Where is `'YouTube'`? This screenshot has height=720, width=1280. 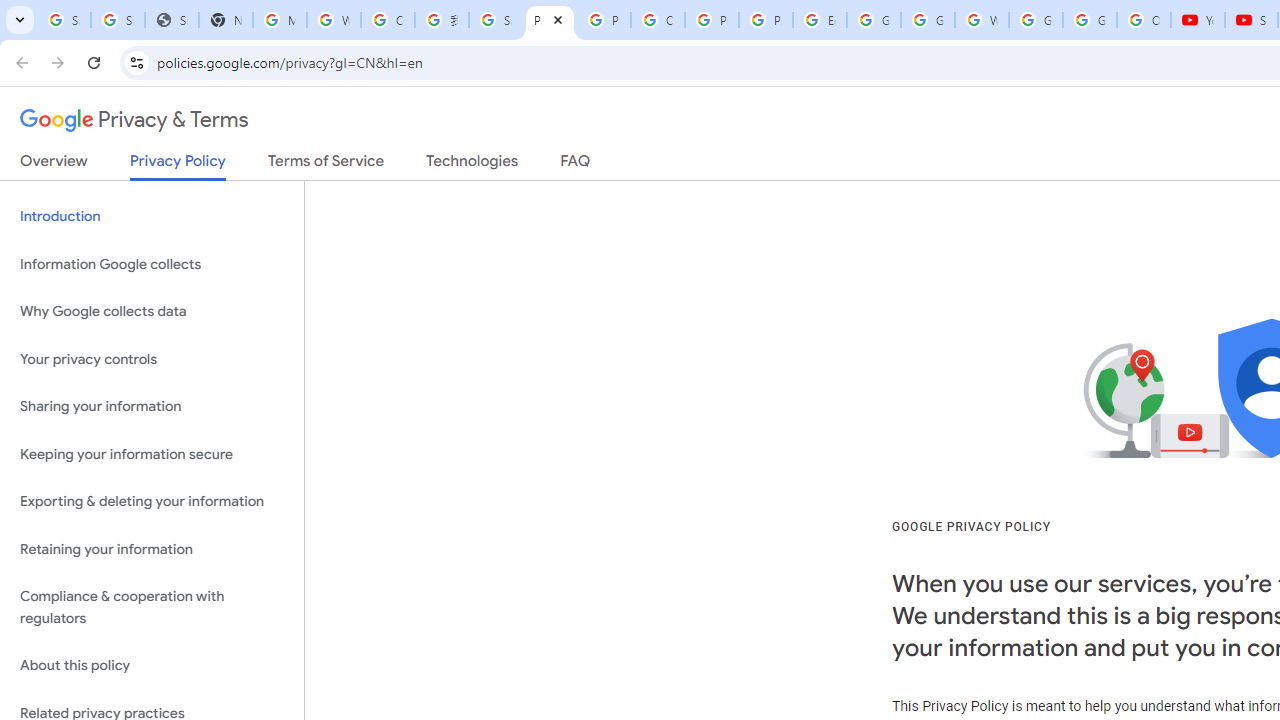 'YouTube' is located at coordinates (1198, 20).